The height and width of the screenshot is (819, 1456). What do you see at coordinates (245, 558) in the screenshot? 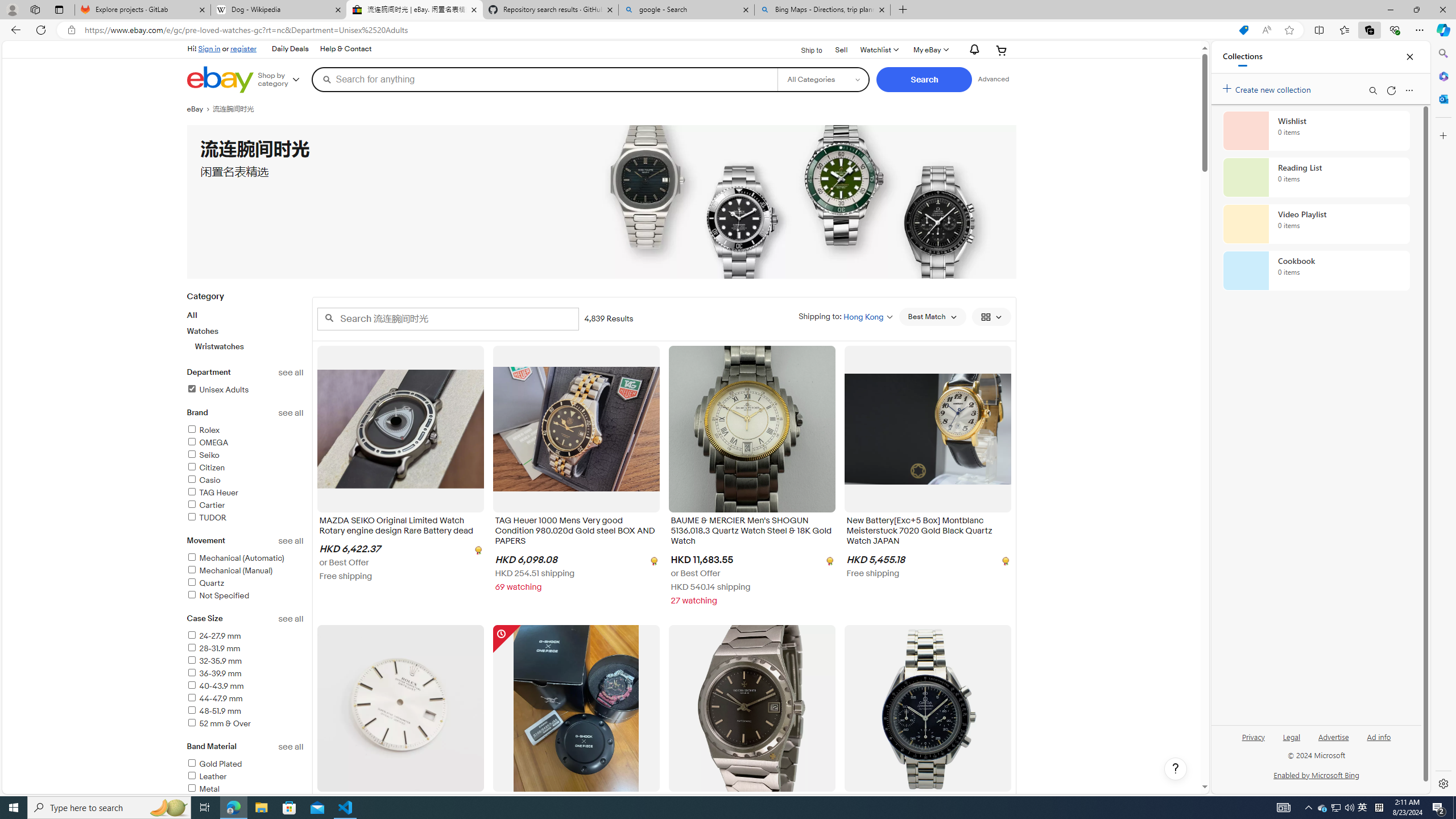
I see `'Mechanical (Automatic)'` at bounding box center [245, 558].